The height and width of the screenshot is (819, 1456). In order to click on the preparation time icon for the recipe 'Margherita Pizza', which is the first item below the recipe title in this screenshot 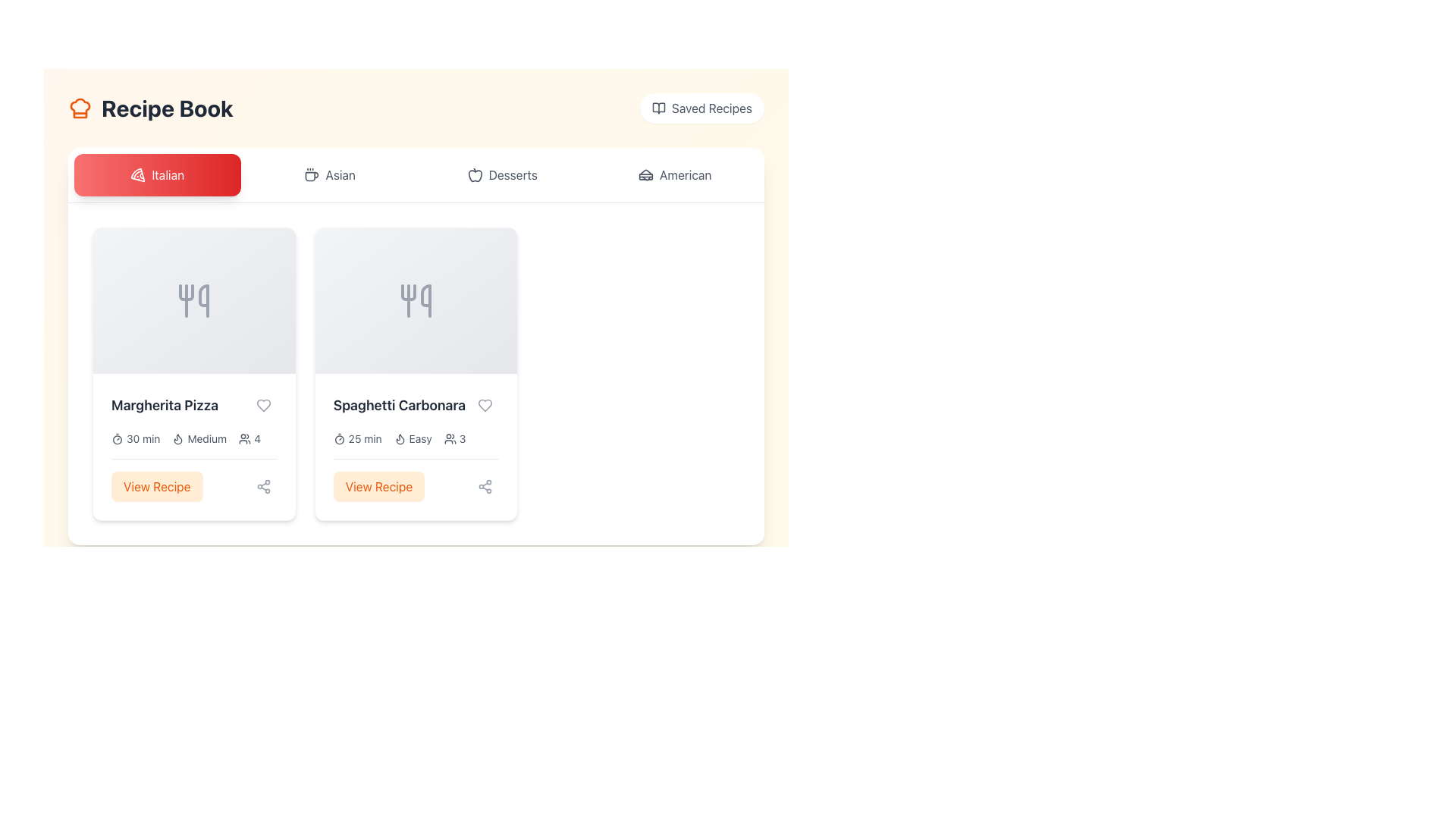, I will do `click(136, 438)`.